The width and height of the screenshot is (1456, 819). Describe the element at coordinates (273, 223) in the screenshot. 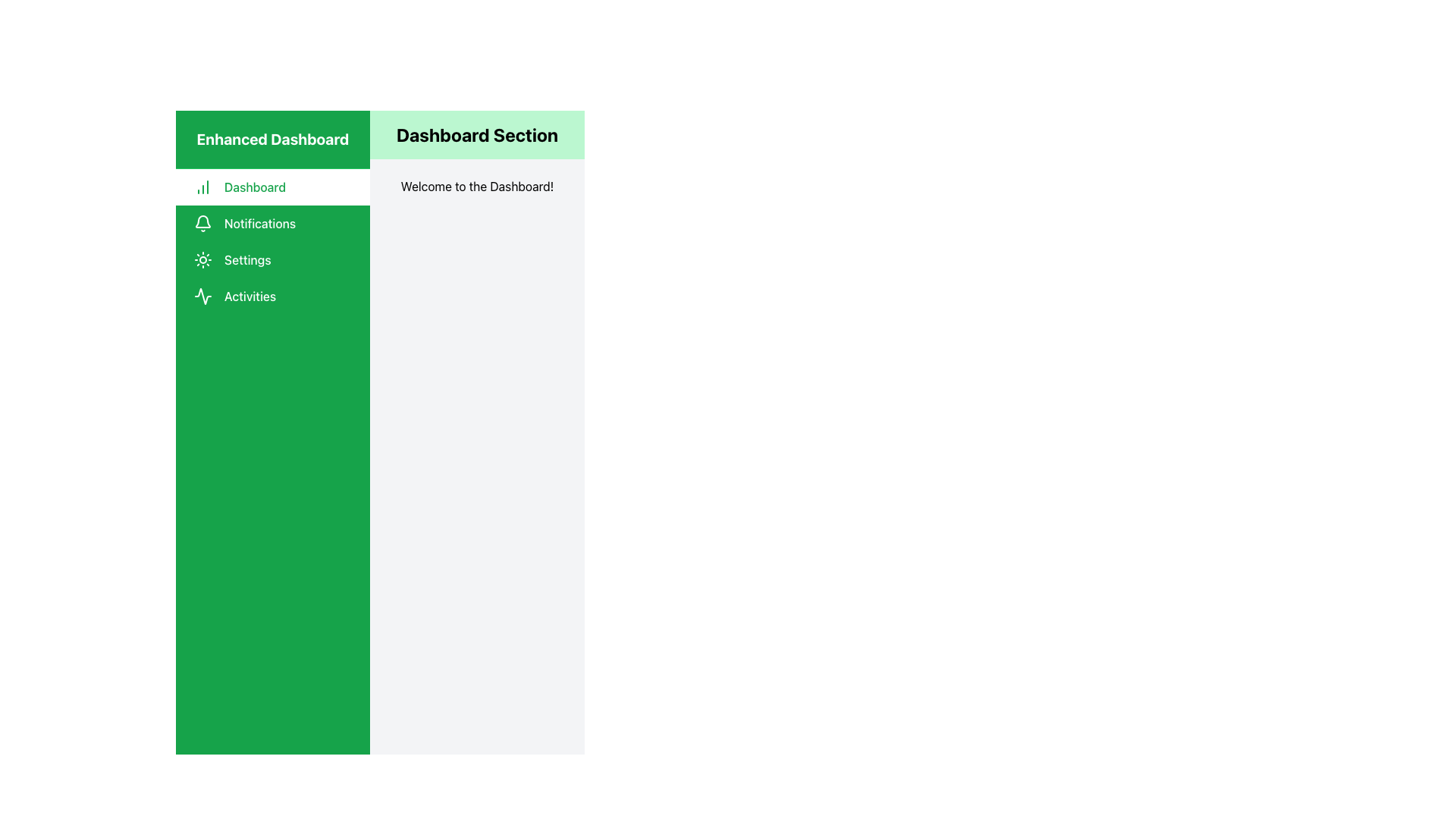

I see `the notifications button located in the vertical menu on the left sidebar, positioned between the 'Dashboard' and 'Settings' items` at that location.